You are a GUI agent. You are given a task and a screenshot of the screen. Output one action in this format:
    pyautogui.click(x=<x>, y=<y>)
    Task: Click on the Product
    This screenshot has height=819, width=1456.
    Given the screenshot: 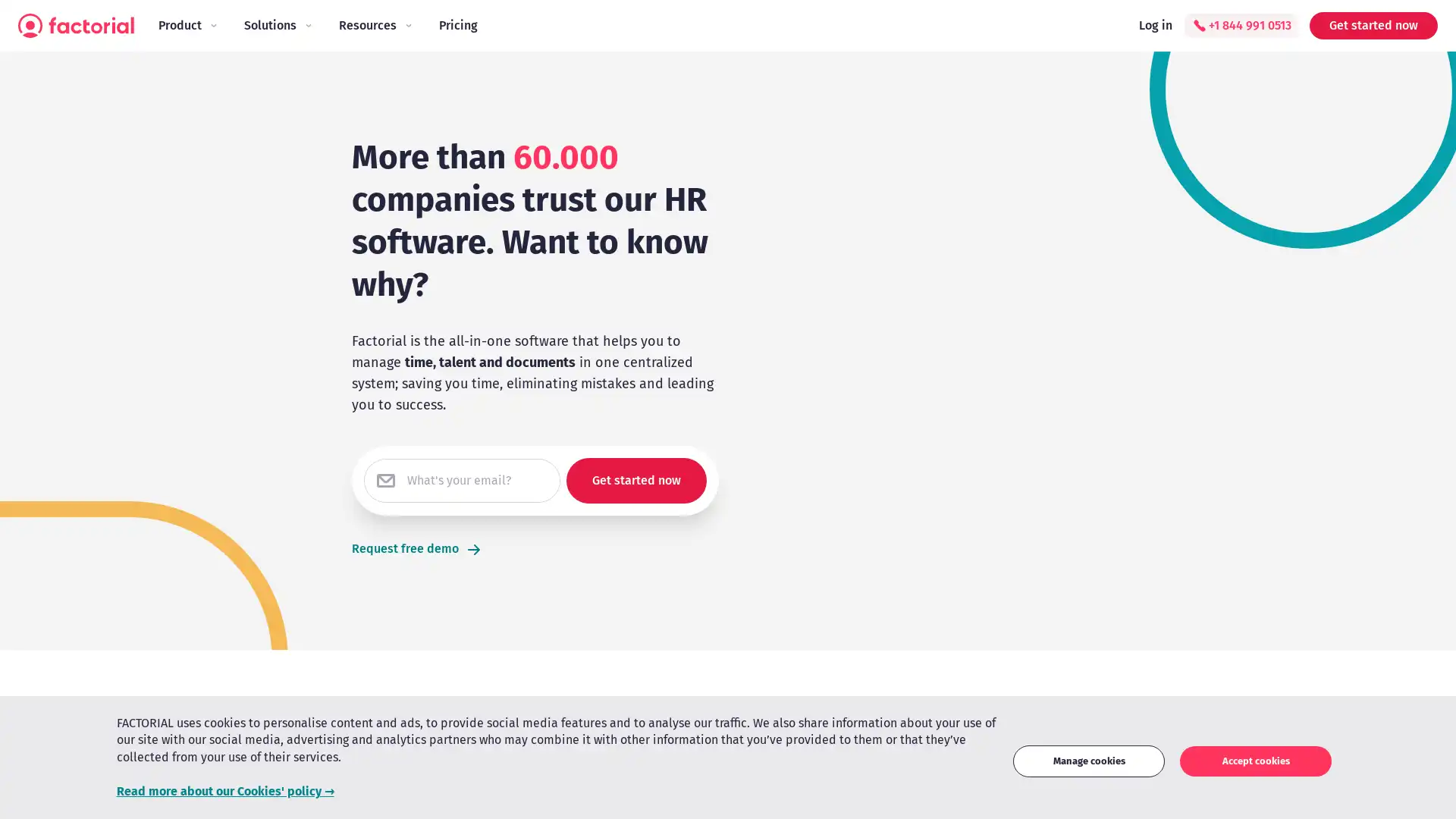 What is the action you would take?
    pyautogui.click(x=188, y=26)
    